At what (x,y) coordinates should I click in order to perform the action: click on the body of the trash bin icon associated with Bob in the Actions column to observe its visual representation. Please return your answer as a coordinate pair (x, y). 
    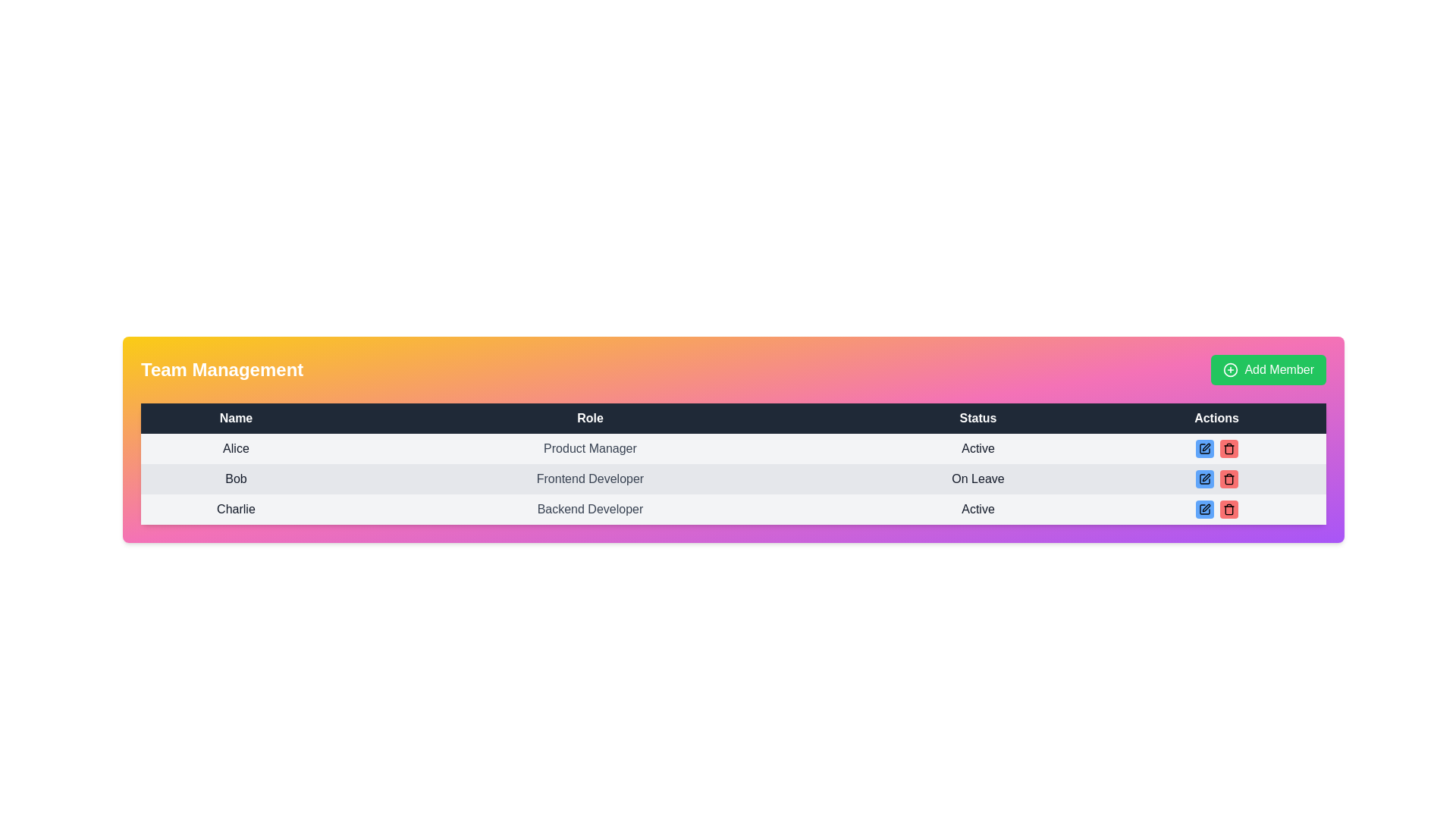
    Looking at the image, I should click on (1228, 510).